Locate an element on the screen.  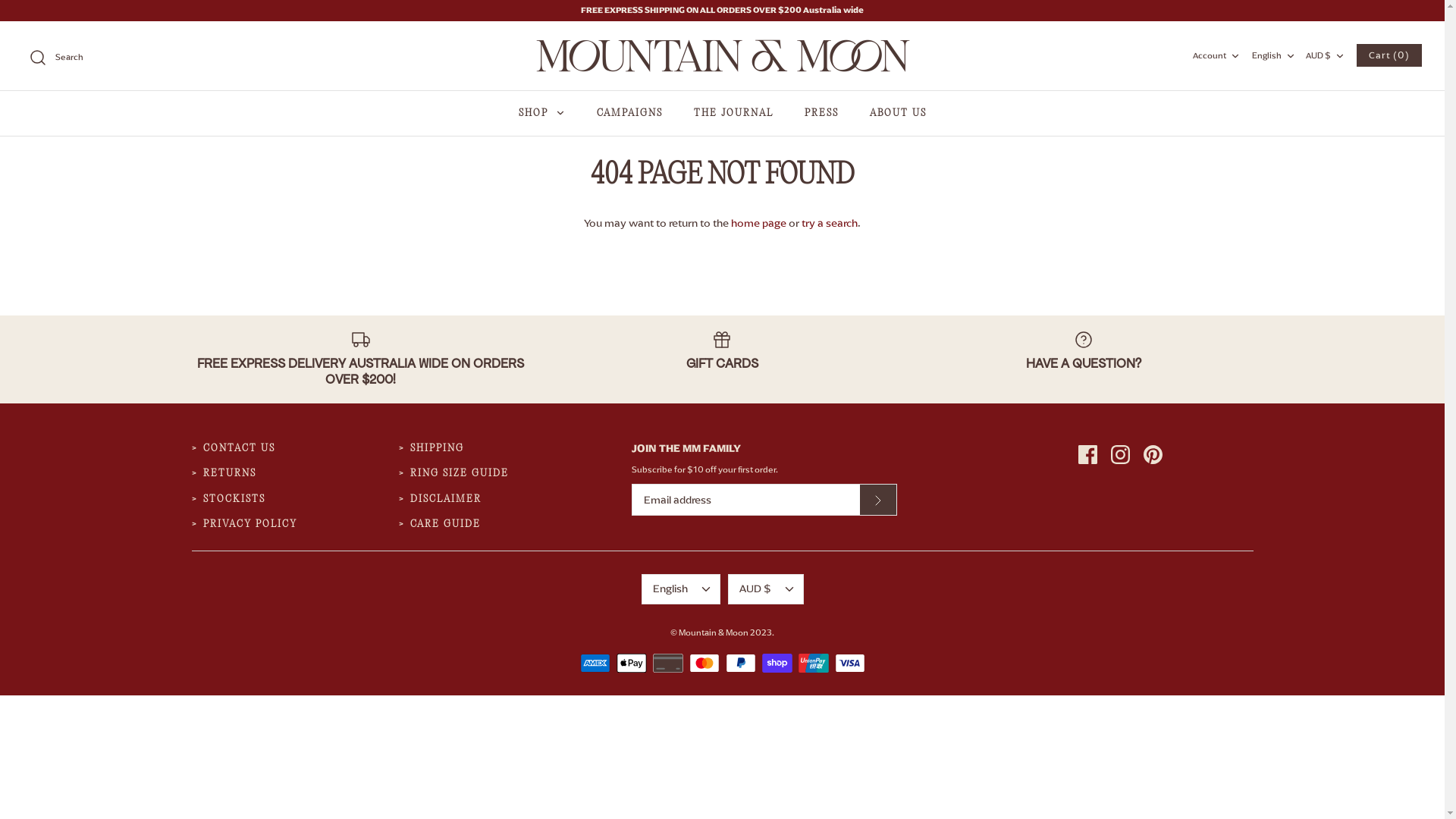
'Mountain & Moon ' is located at coordinates (720, 55).